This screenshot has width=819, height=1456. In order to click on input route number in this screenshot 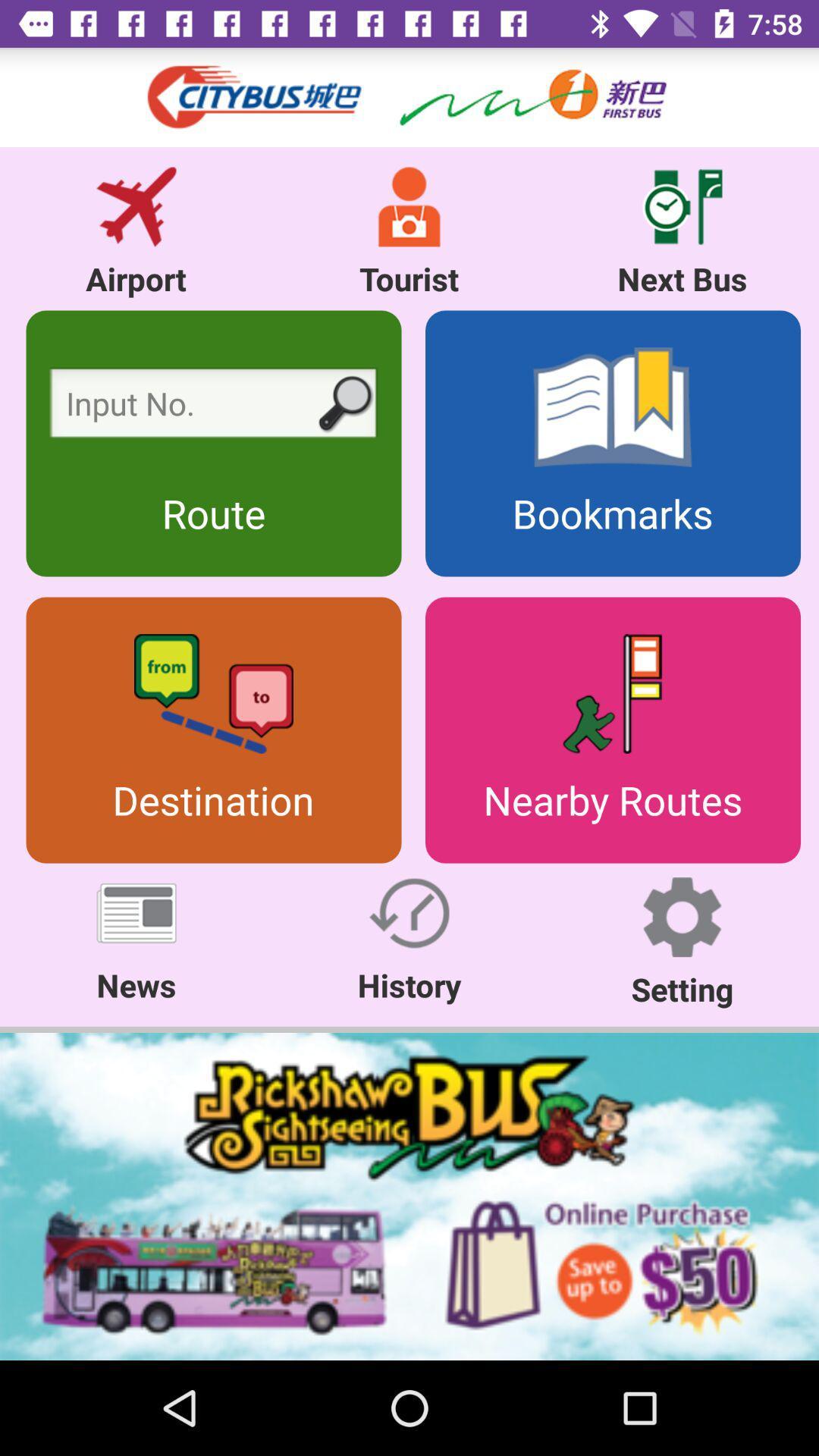, I will do `click(213, 407)`.